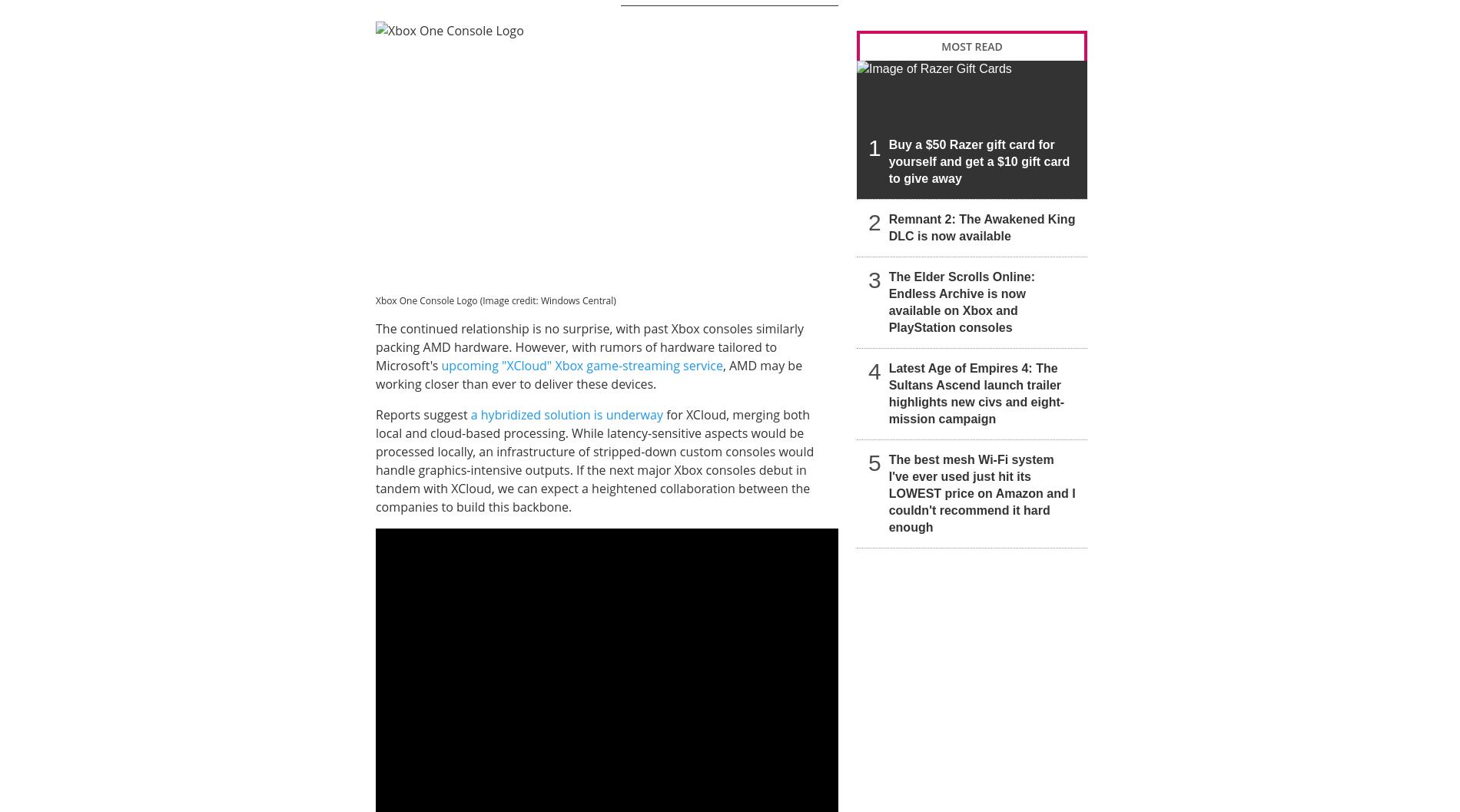 The height and width of the screenshot is (812, 1460). Describe the element at coordinates (376, 375) in the screenshot. I see `', AMD may be working closer than ever to deliver these devices.'` at that location.